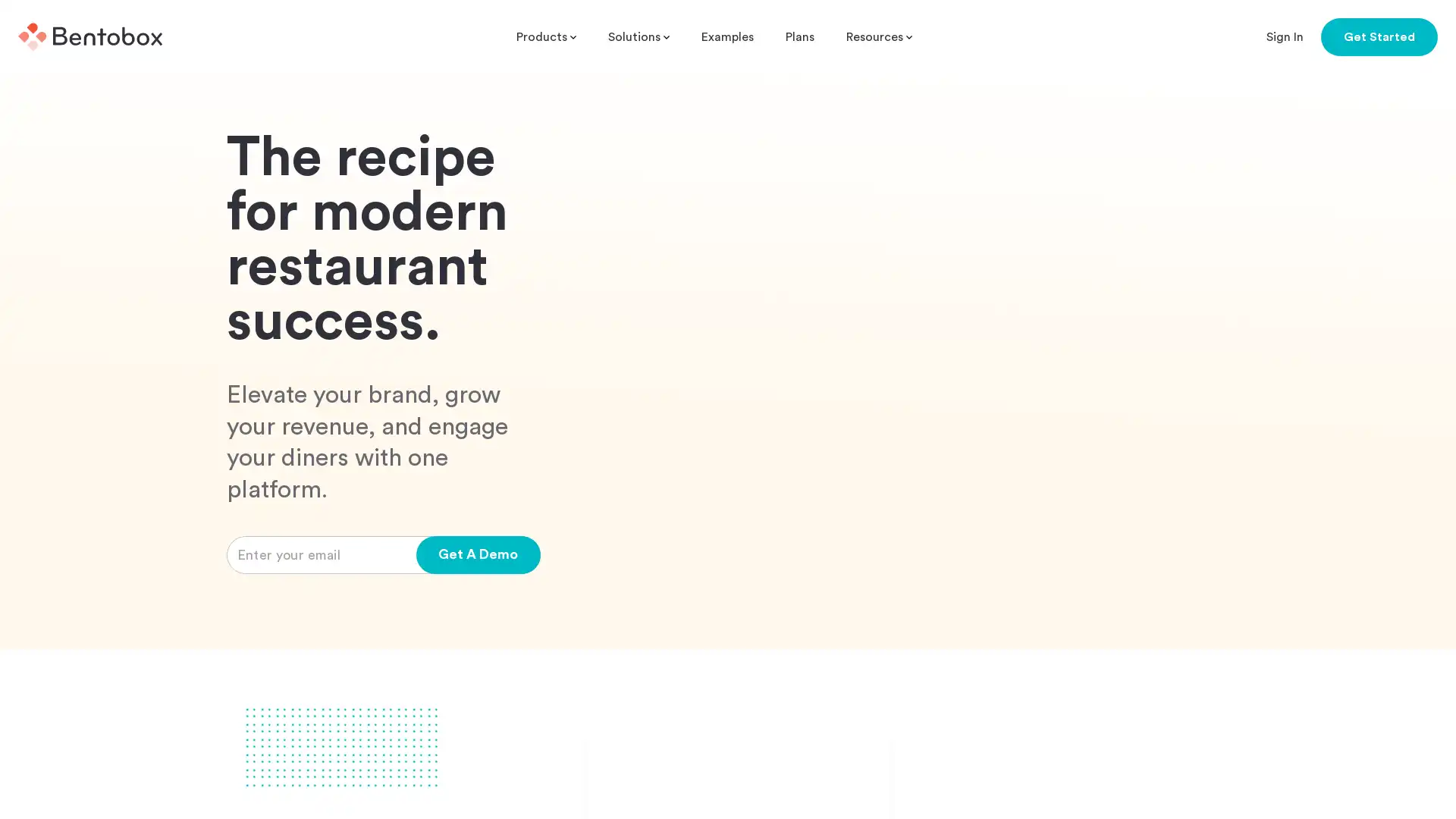  Describe the element at coordinates (639, 36) in the screenshot. I see `Solutions` at that location.